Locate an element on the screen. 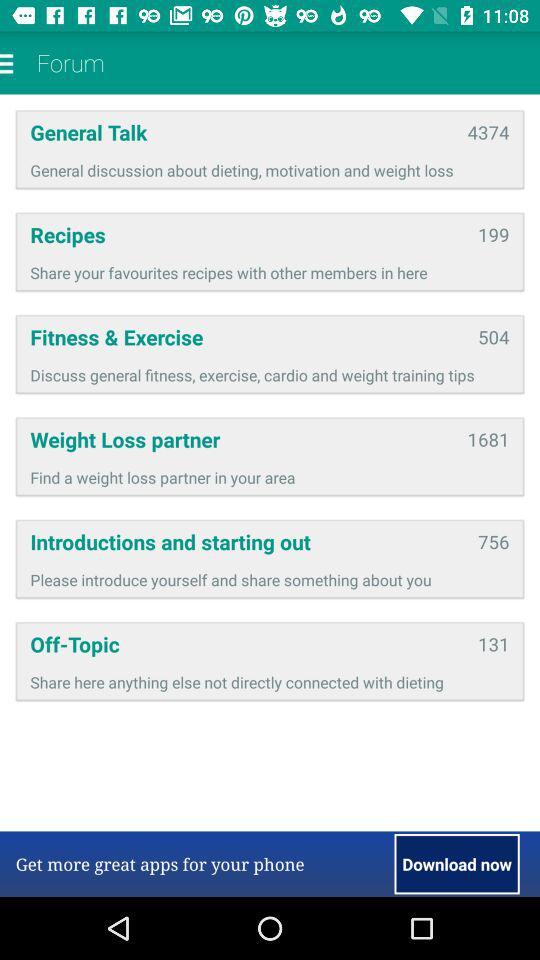  introductions and starting item is located at coordinates (247, 541).